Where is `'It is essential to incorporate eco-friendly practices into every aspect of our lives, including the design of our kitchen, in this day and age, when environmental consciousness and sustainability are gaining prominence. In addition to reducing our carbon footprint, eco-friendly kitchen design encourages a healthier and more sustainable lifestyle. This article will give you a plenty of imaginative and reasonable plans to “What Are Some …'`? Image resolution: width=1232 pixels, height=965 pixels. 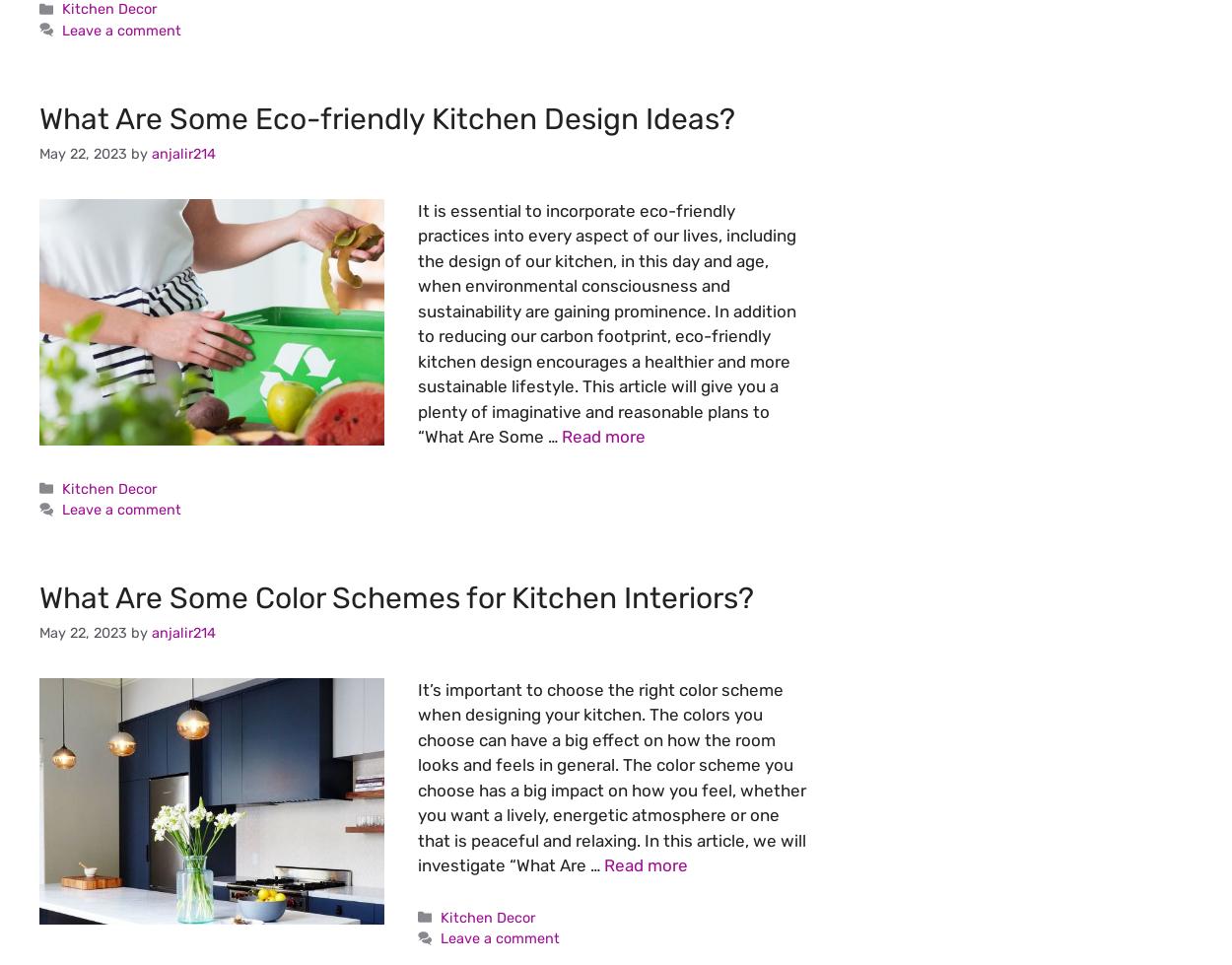 'It is essential to incorporate eco-friendly practices into every aspect of our lives, including the design of our kitchen, in this day and age, when environmental consciousness and sustainability are gaining prominence. In addition to reducing our carbon footprint, eco-friendly kitchen design encourages a healthier and more sustainable lifestyle. This article will give you a plenty of imaginative and reasonable plans to “What Are Some …' is located at coordinates (606, 322).